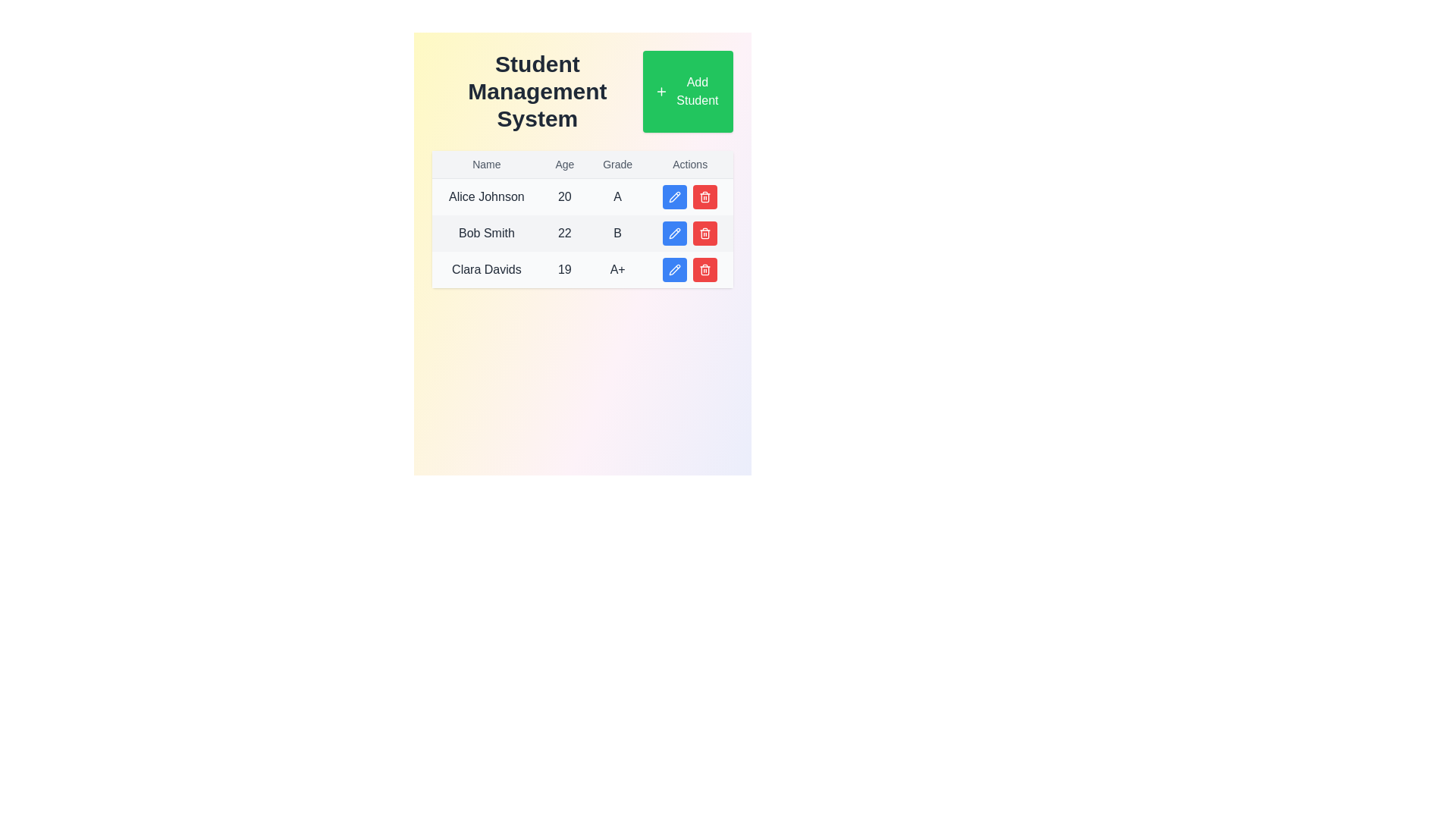 This screenshot has height=819, width=1456. What do you see at coordinates (563, 196) in the screenshot?
I see `the text displaying the age of 'Alice Johnson', which is located in the 'Age' column of the table, between the 'Name' and 'Grade' columns` at bounding box center [563, 196].